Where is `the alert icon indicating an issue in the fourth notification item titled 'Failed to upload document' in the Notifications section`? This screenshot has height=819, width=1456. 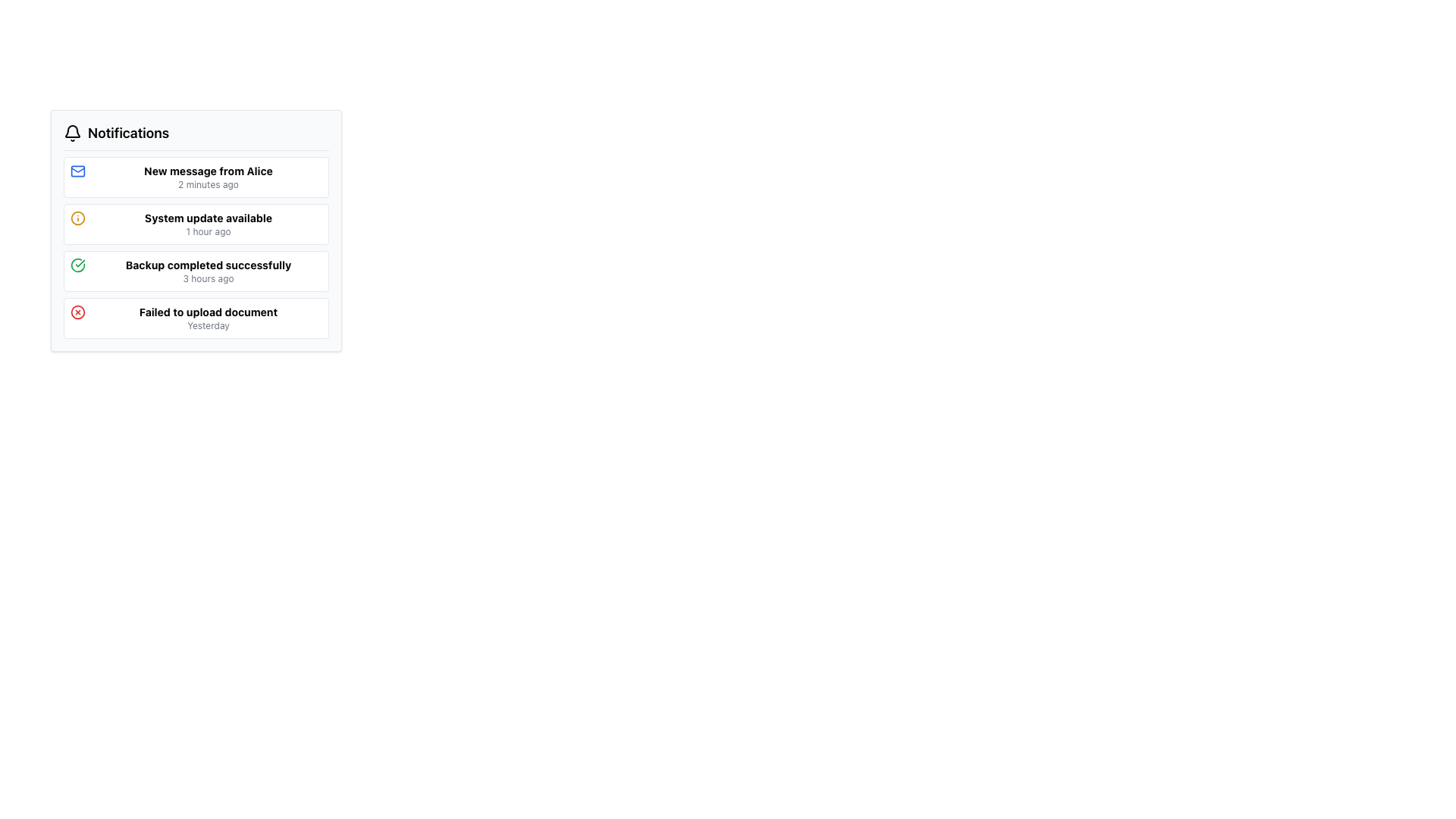 the alert icon indicating an issue in the fourth notification item titled 'Failed to upload document' in the Notifications section is located at coordinates (77, 312).